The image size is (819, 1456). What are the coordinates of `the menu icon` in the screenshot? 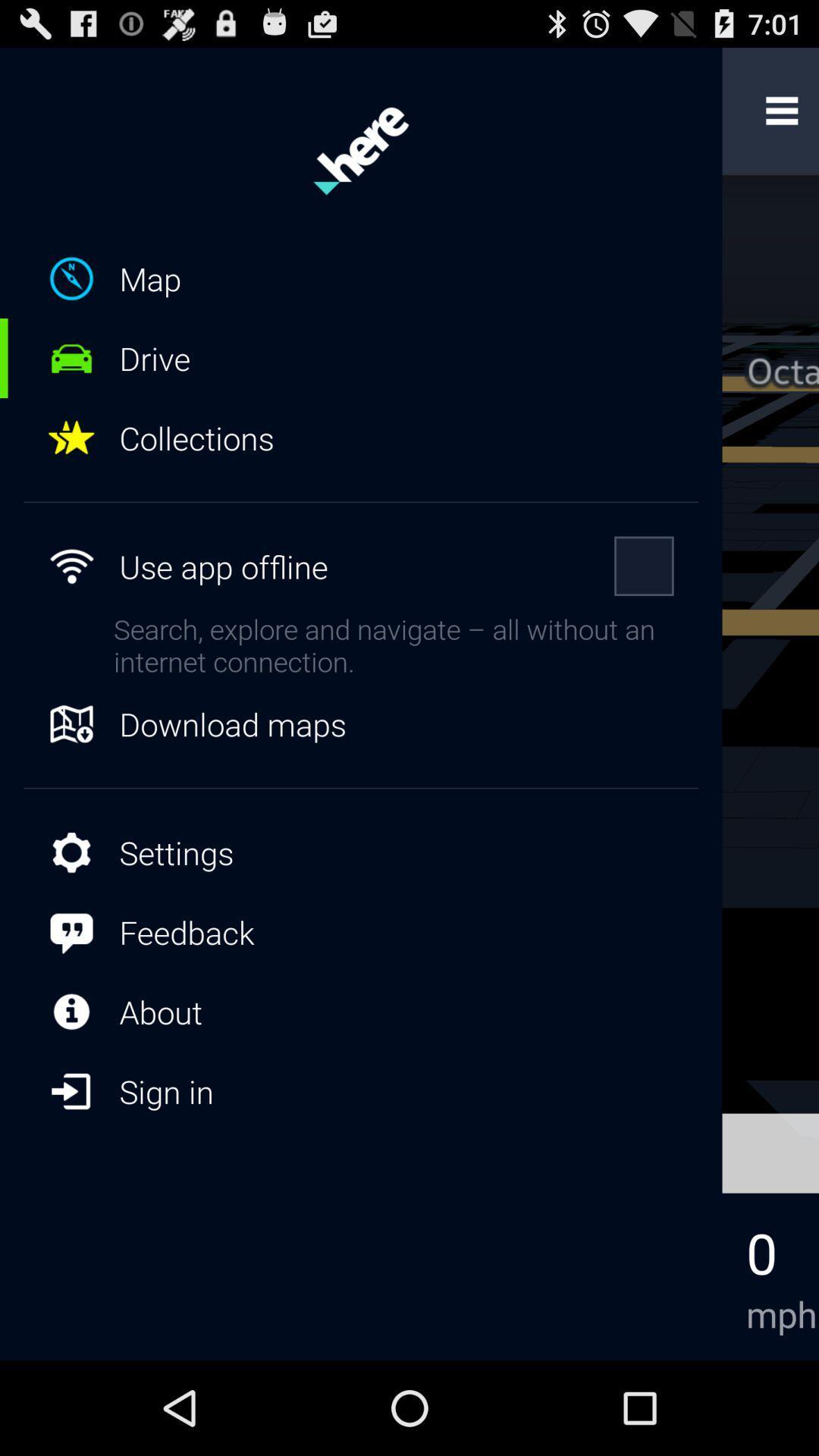 It's located at (782, 117).